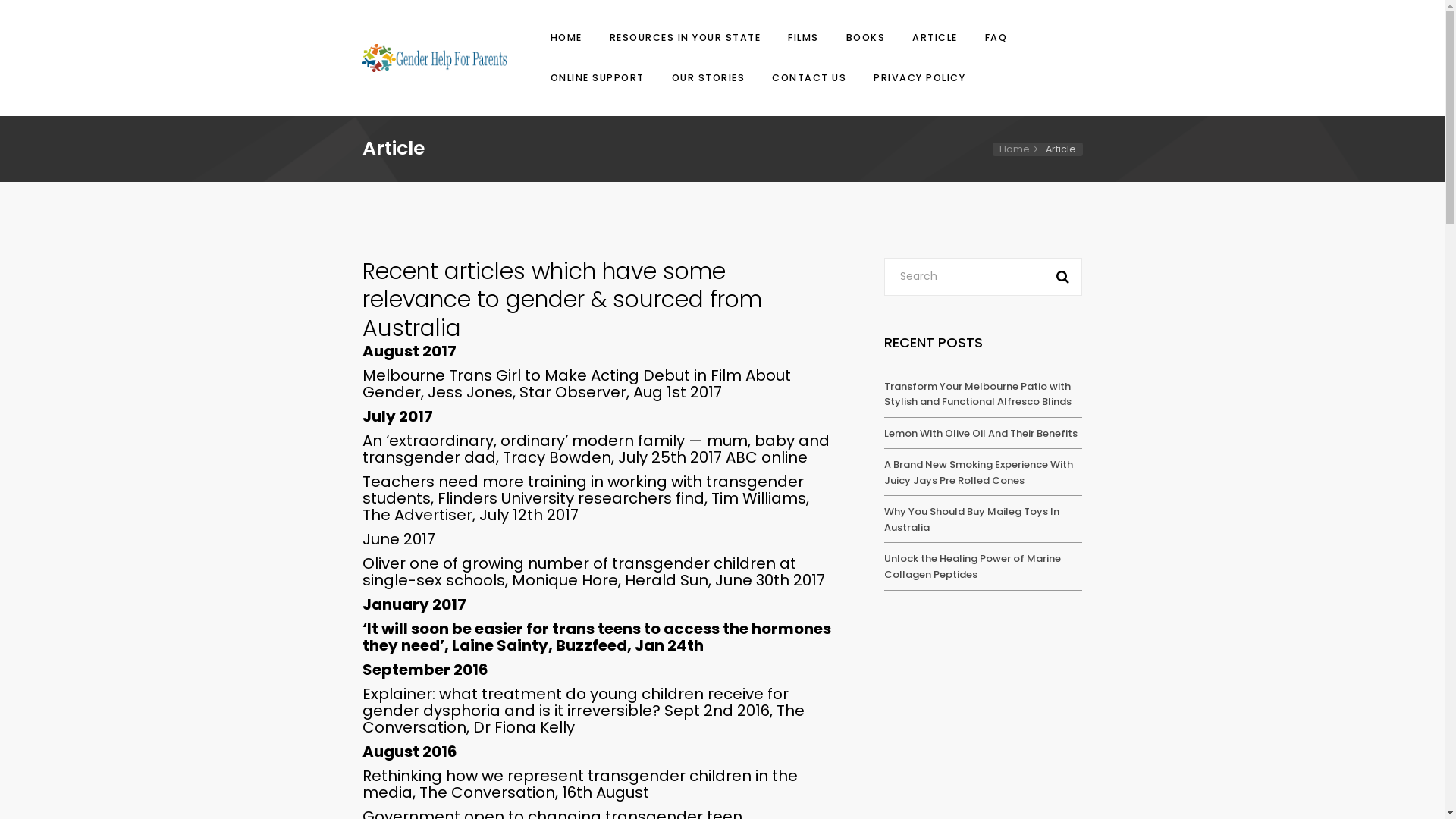 This screenshot has height=819, width=1456. What do you see at coordinates (1021, 149) in the screenshot?
I see `'Home'` at bounding box center [1021, 149].